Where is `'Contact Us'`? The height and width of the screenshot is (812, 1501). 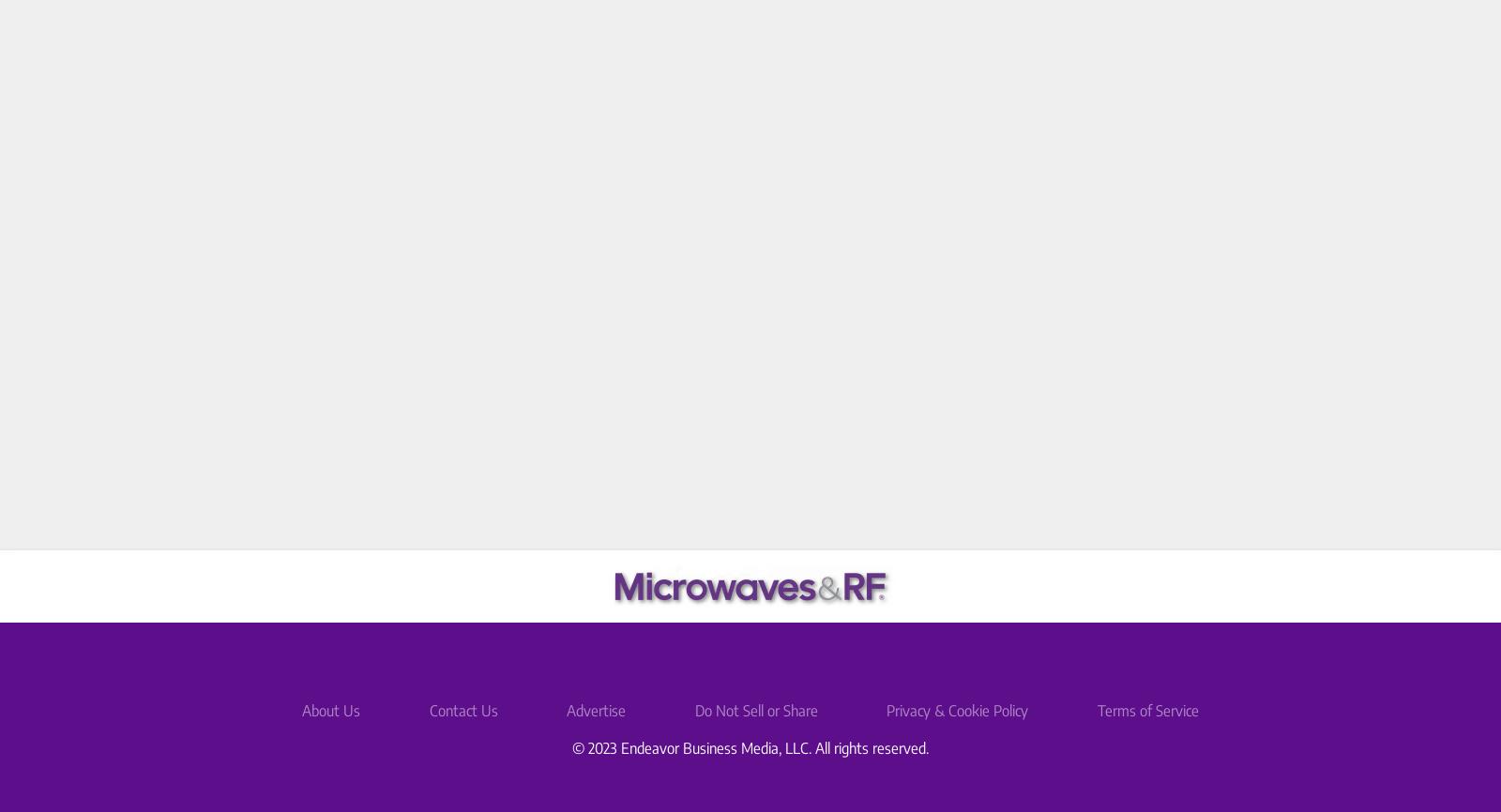 'Contact Us' is located at coordinates (462, 708).